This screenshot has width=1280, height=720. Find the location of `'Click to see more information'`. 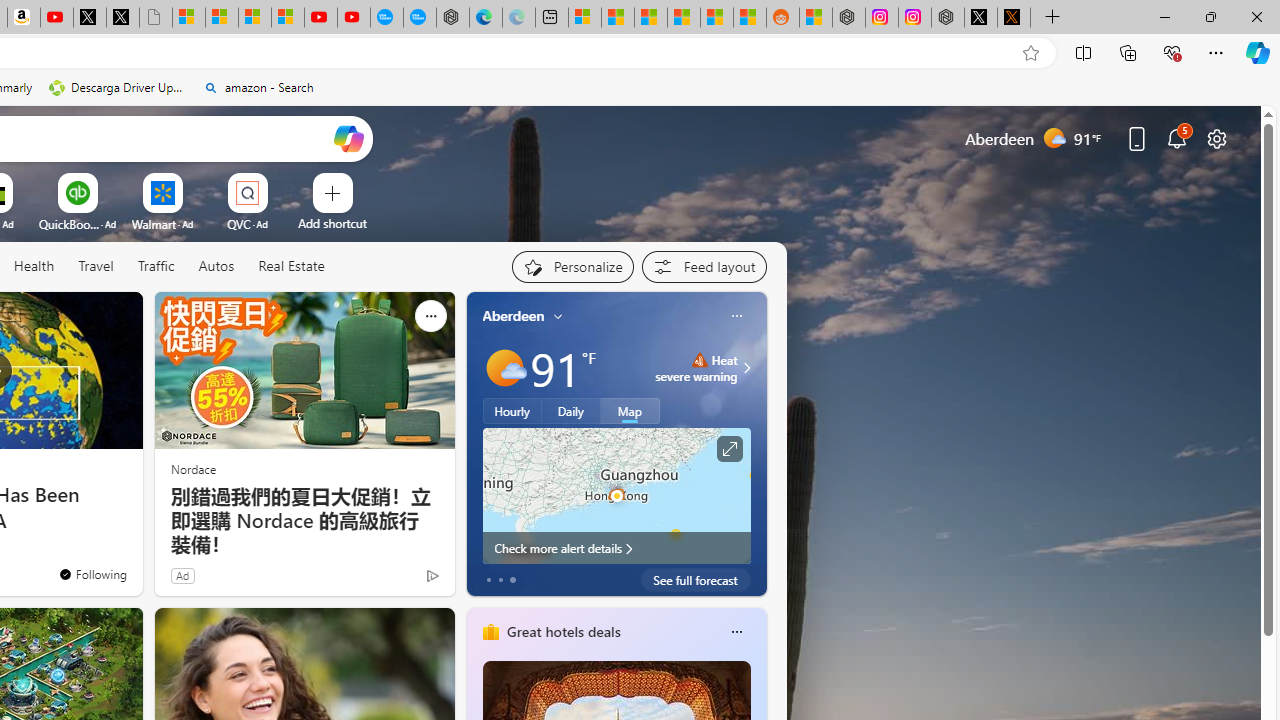

'Click to see more information' is located at coordinates (727, 448).